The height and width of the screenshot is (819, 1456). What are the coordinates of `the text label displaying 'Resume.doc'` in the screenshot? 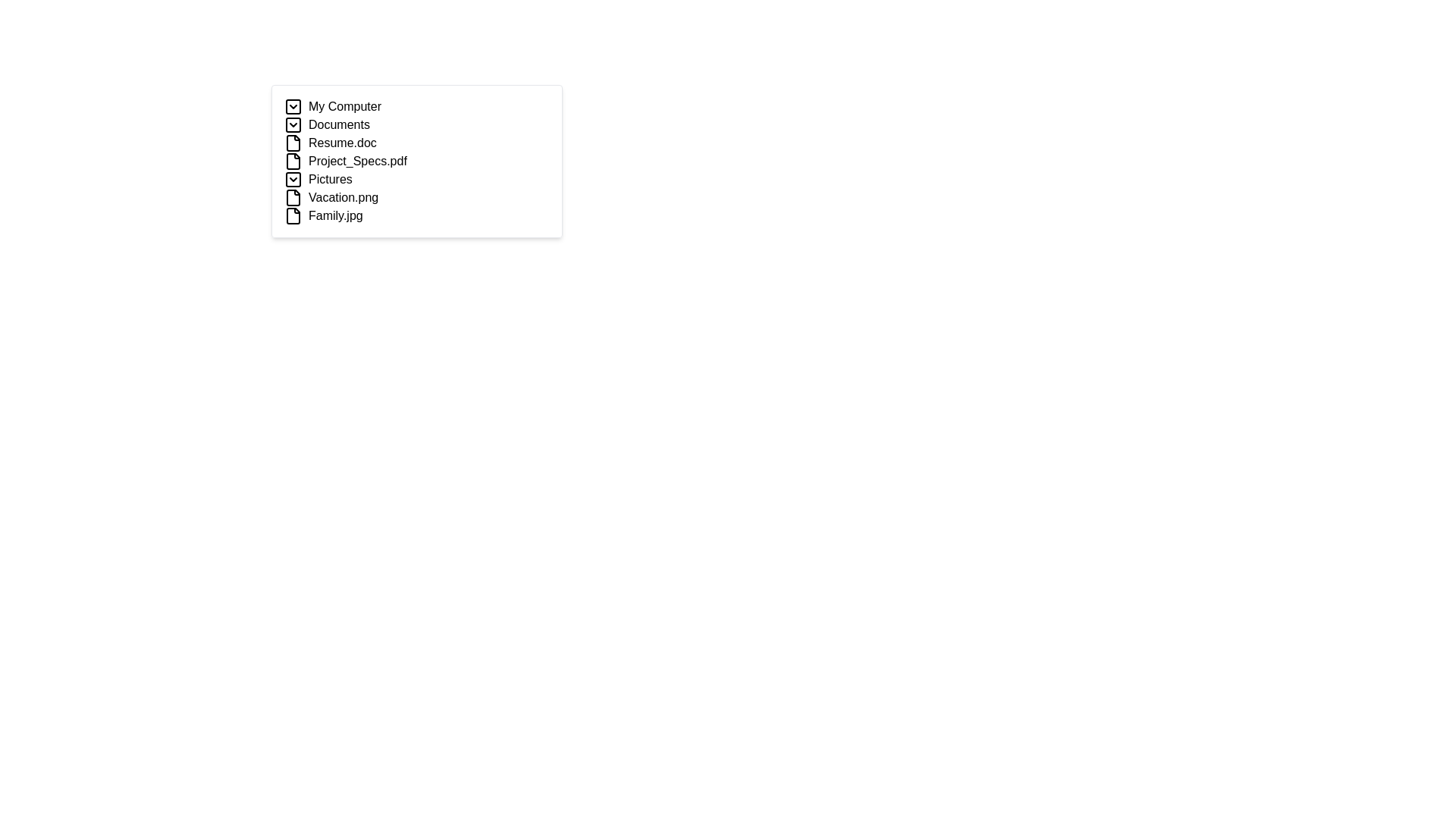 It's located at (341, 143).